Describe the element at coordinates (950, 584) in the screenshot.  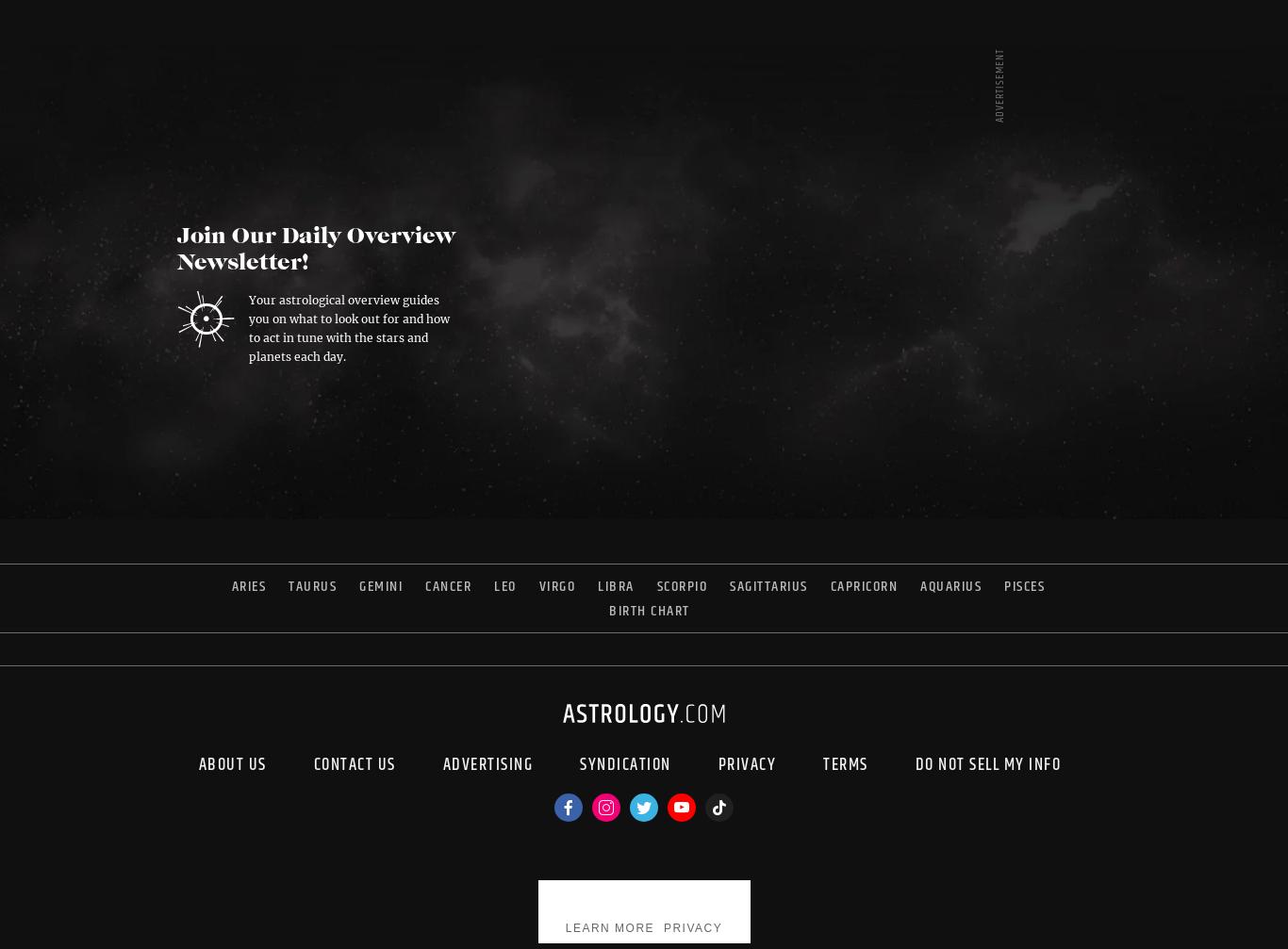
I see `'Aquarius'` at that location.